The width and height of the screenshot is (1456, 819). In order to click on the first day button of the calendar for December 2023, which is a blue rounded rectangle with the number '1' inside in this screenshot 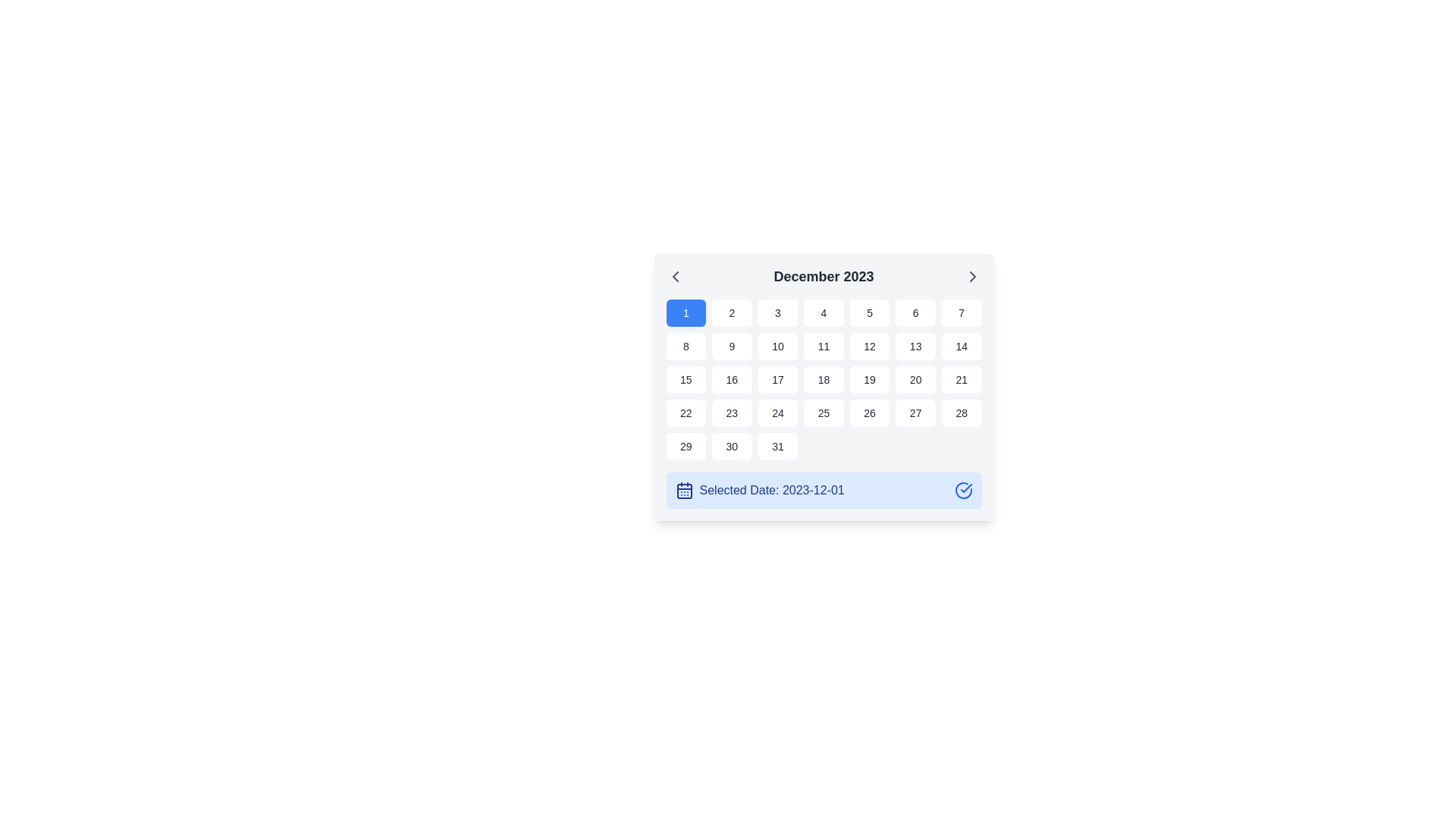, I will do `click(685, 312)`.